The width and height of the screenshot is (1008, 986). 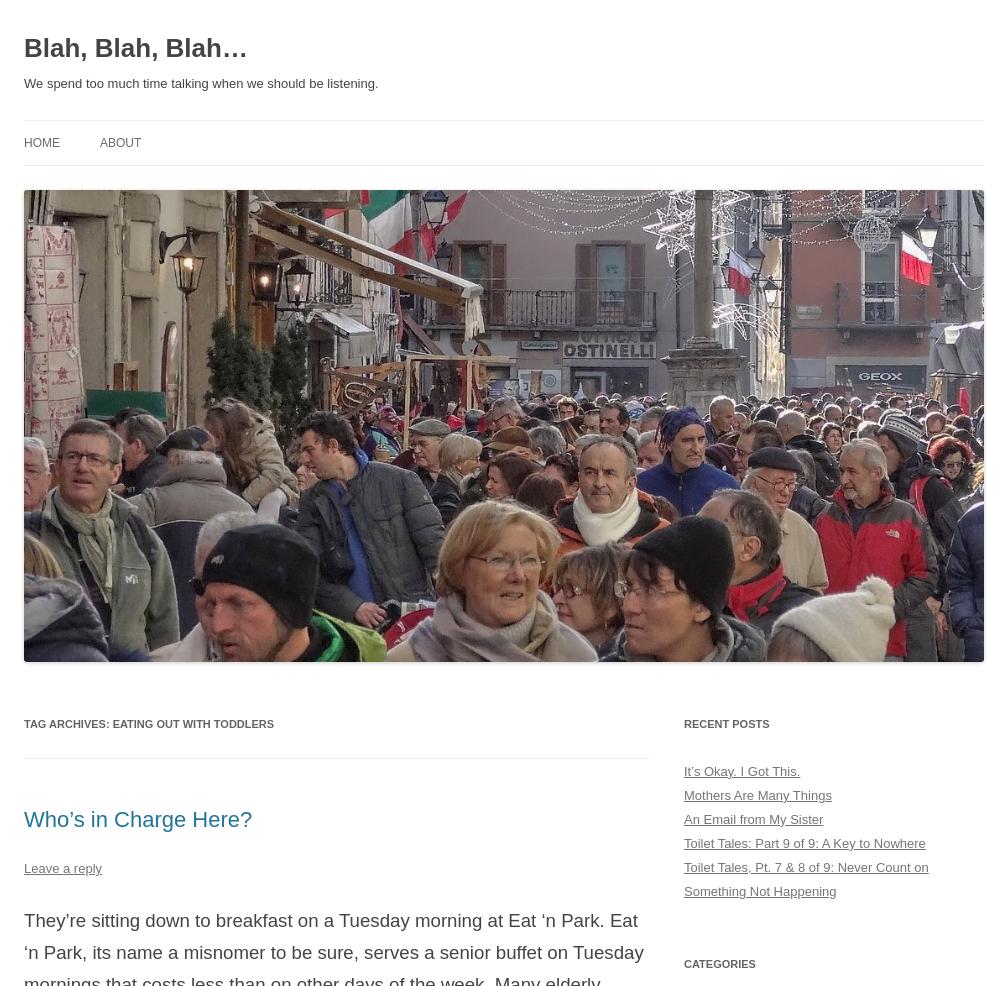 I want to click on 'An Email from My Sister', so click(x=753, y=818).